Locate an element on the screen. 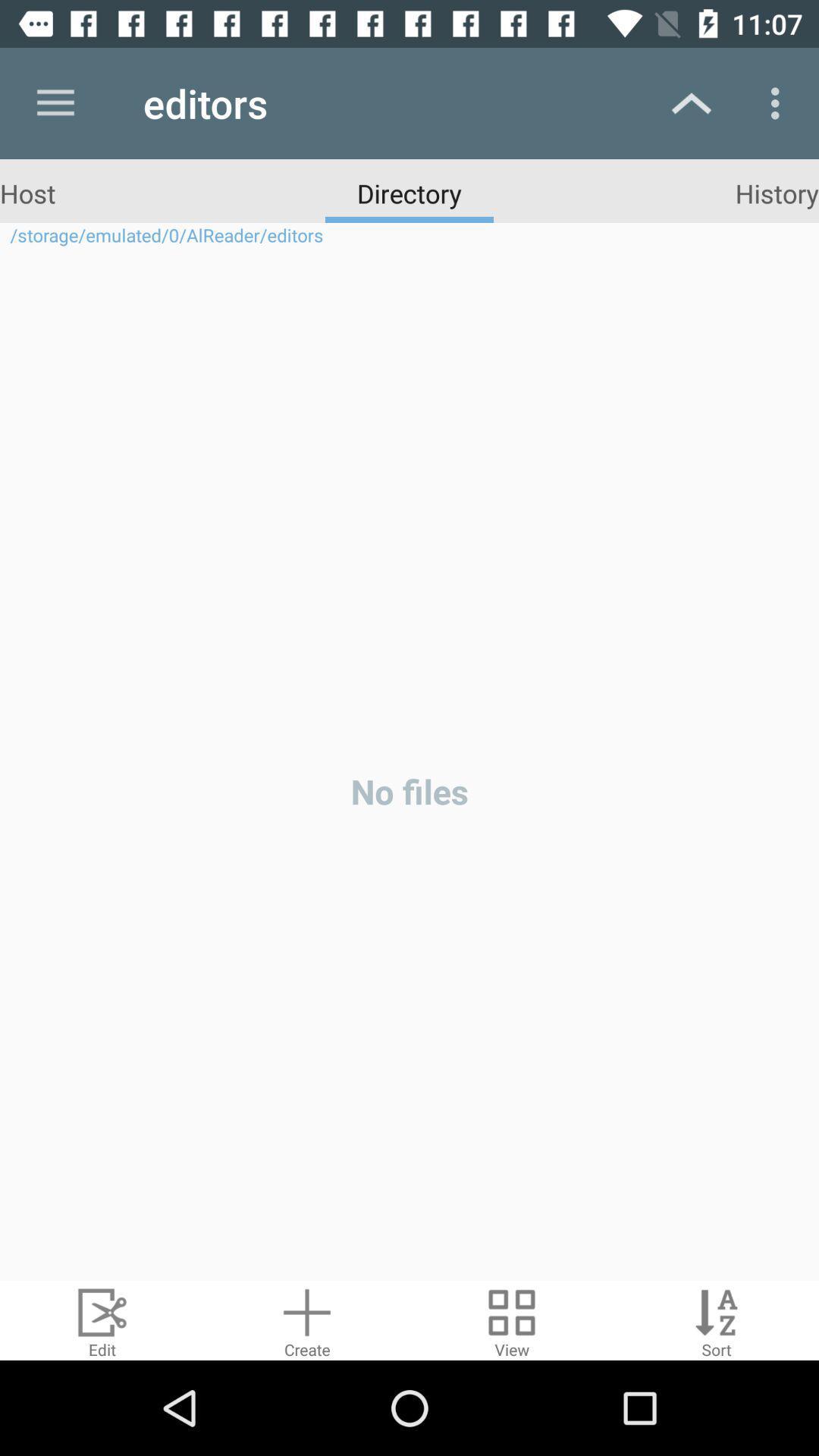 Image resolution: width=819 pixels, height=1456 pixels. file is located at coordinates (307, 1319).